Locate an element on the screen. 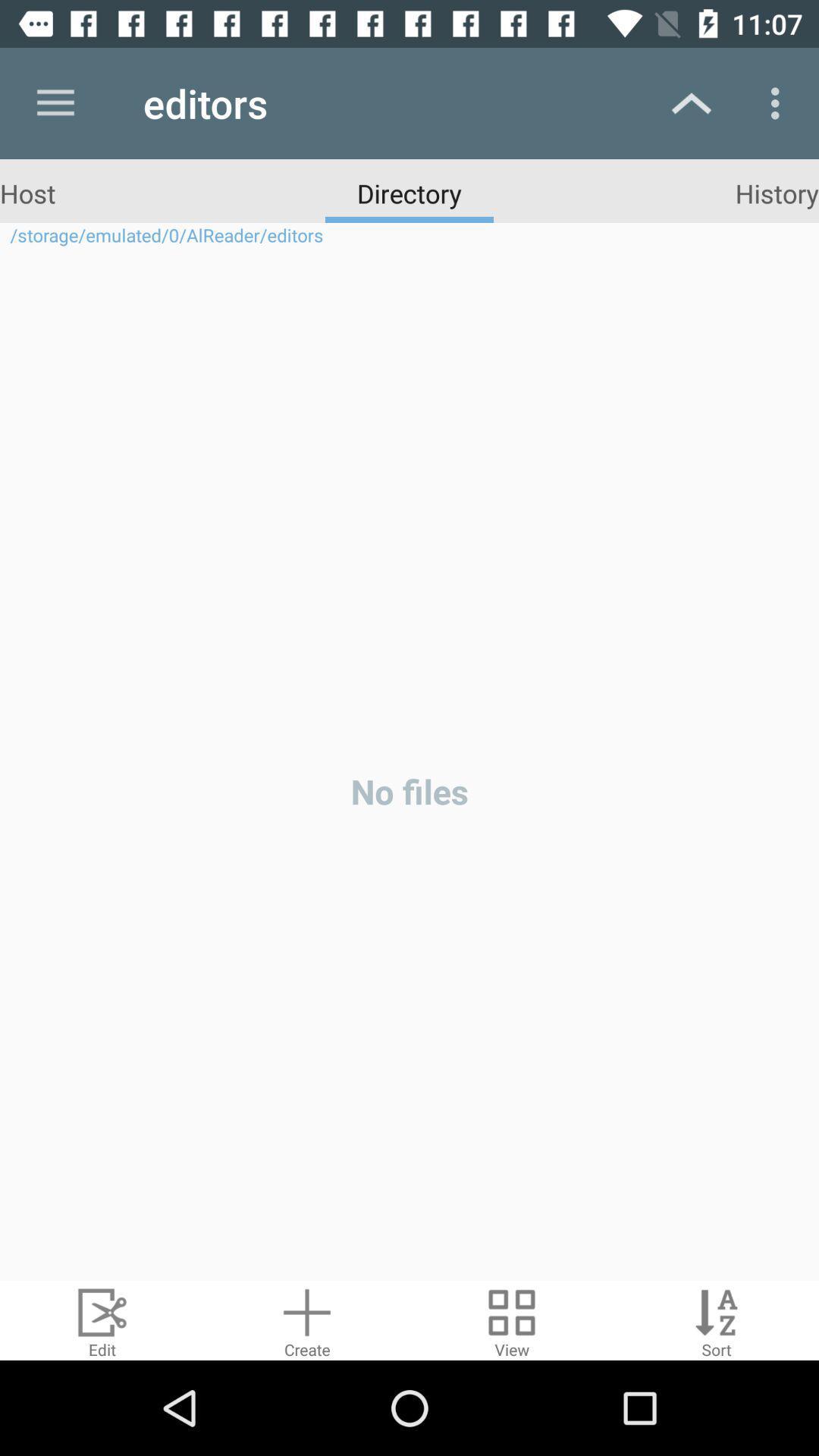 Image resolution: width=819 pixels, height=1456 pixels. file is located at coordinates (307, 1319).